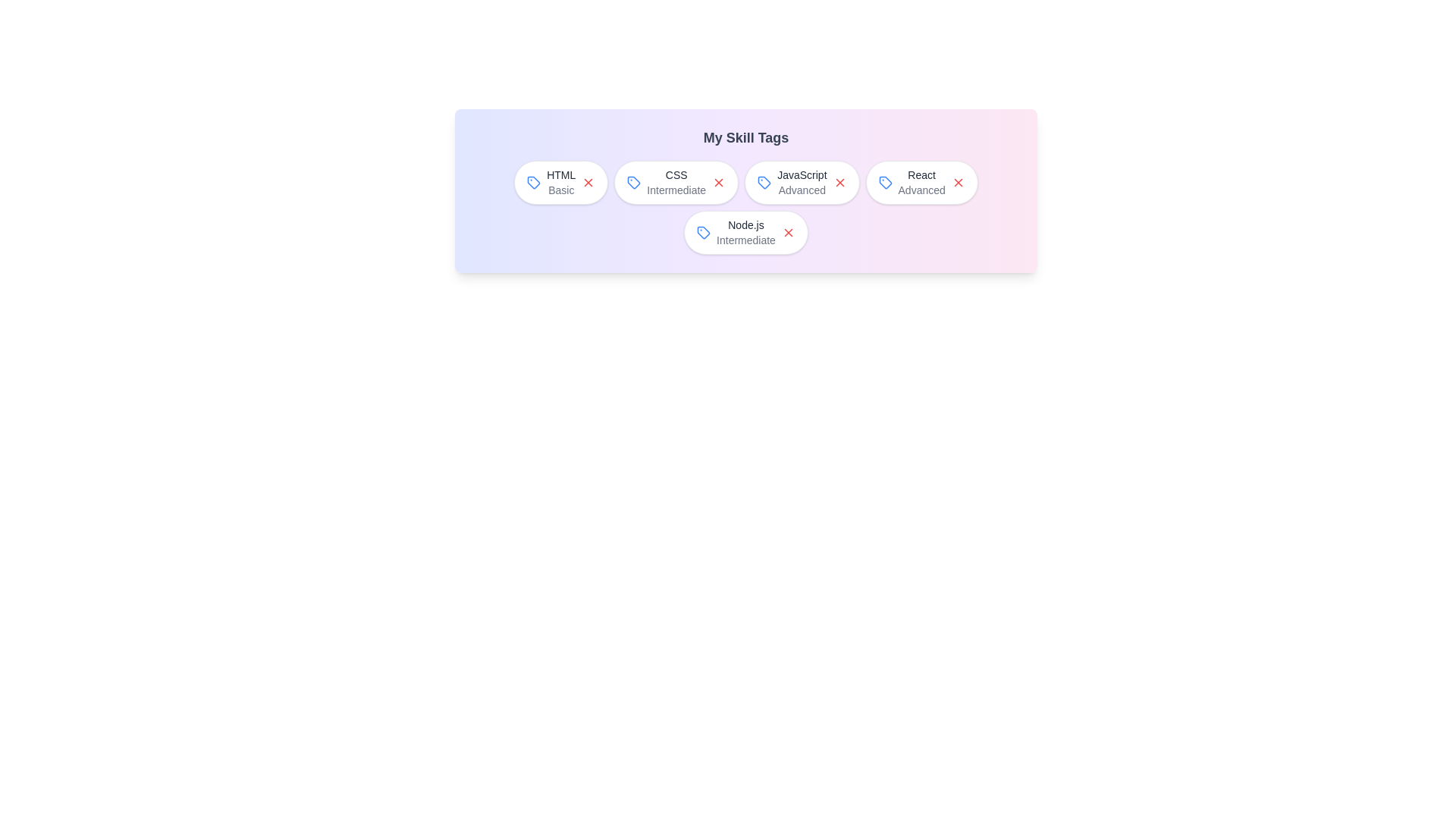  Describe the element at coordinates (745, 233) in the screenshot. I see `the skill label Node.js to select it` at that location.